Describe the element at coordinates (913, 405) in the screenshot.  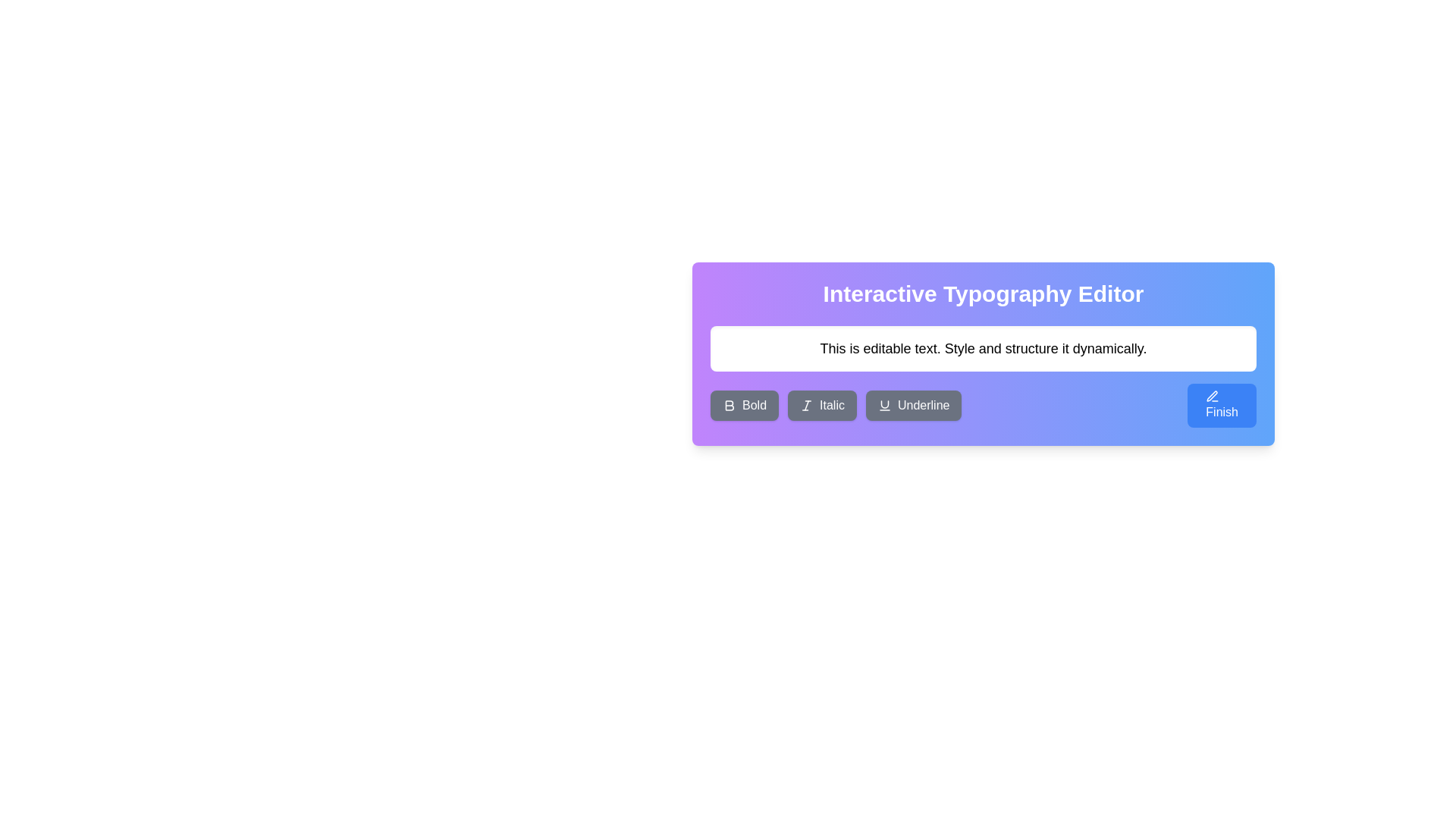
I see `the 'Underline' button, which is the third button in a horizontal group of three buttons labeled 'Bold,' 'Italic,' and 'Underline,' to apply underline formatting to the editable content` at that location.